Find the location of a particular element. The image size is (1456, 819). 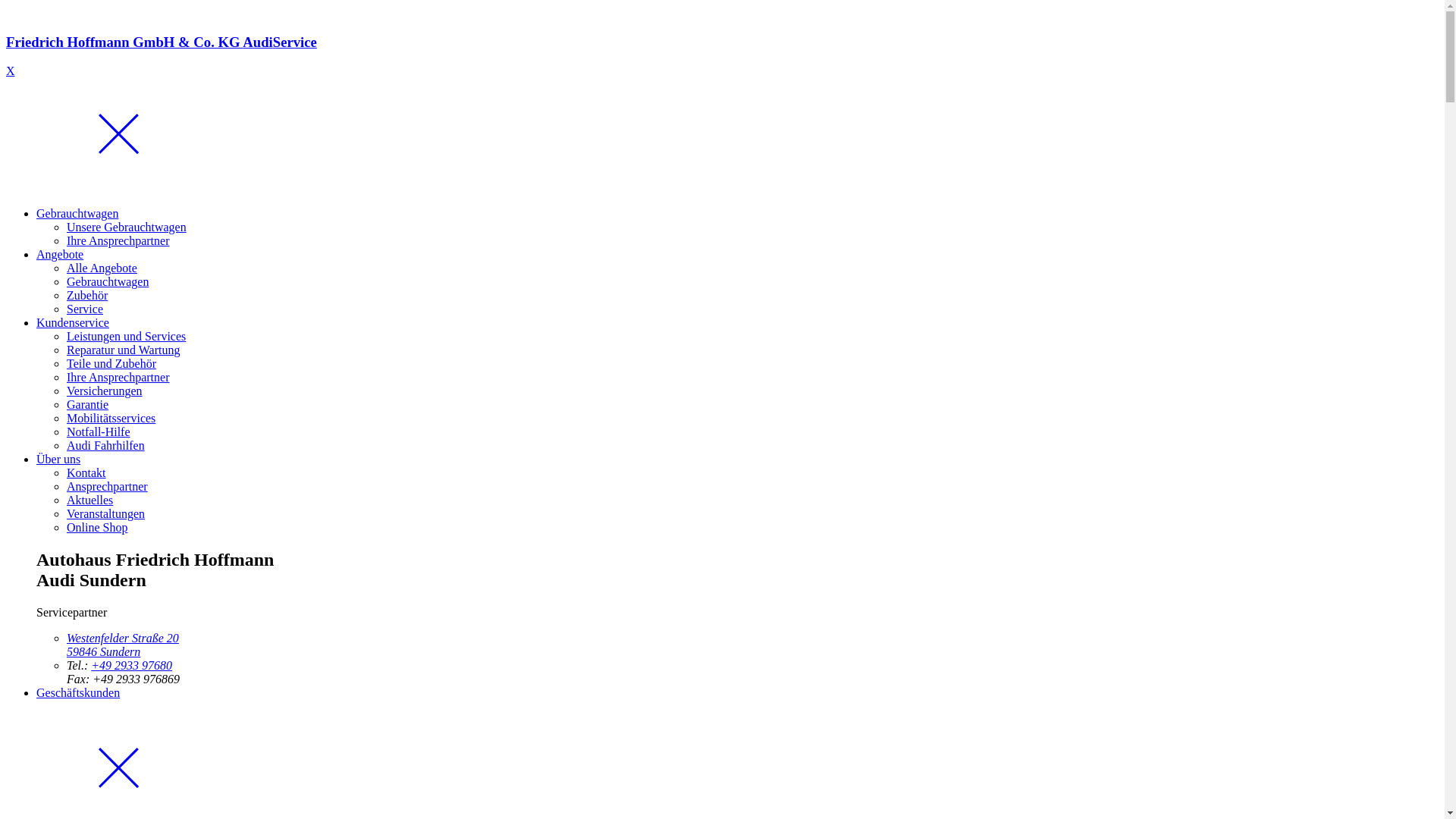

'Gebrauchtwagen' is located at coordinates (107, 281).